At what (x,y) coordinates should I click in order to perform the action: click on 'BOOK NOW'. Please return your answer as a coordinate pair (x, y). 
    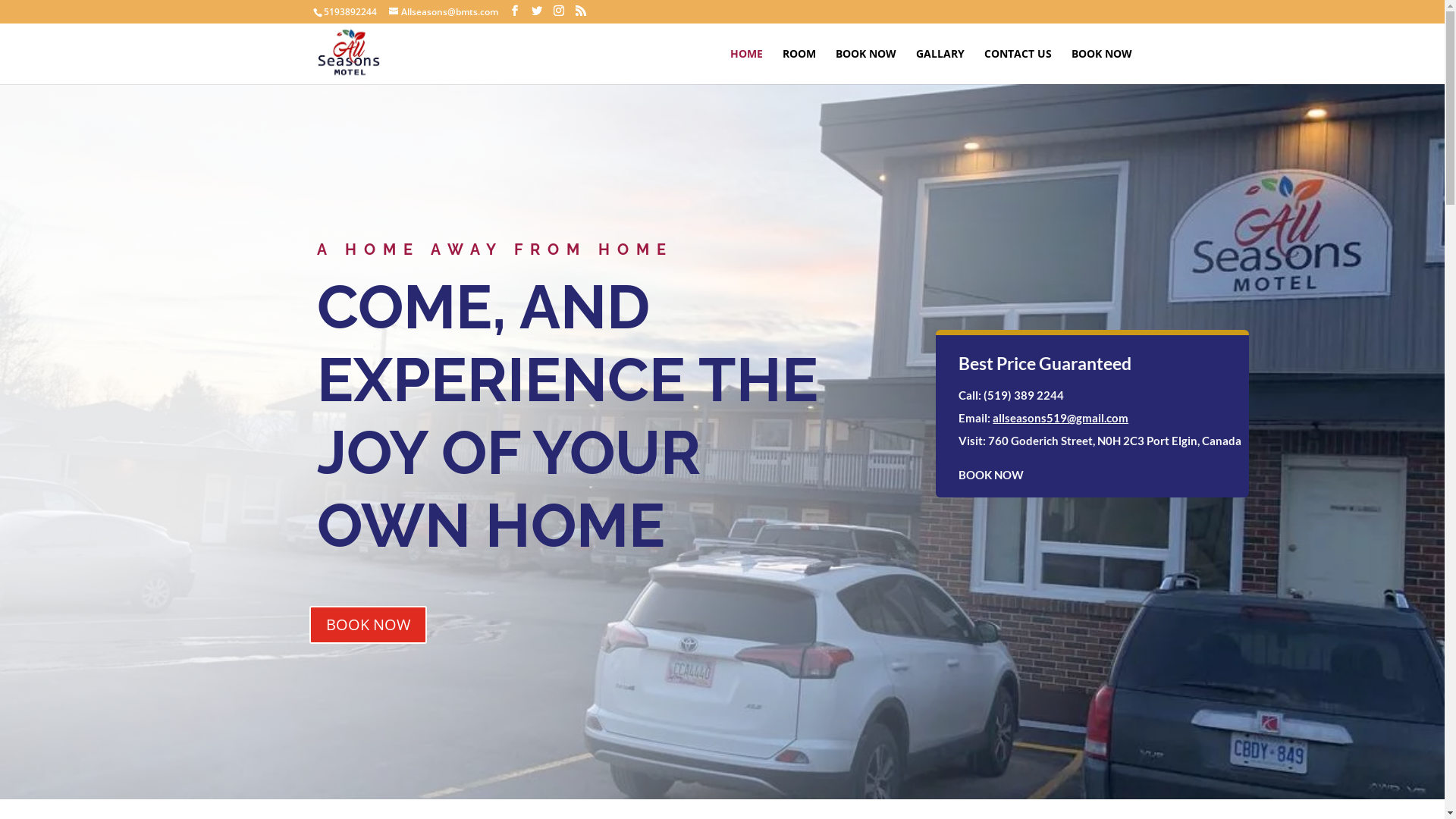
    Looking at the image, I should click on (866, 65).